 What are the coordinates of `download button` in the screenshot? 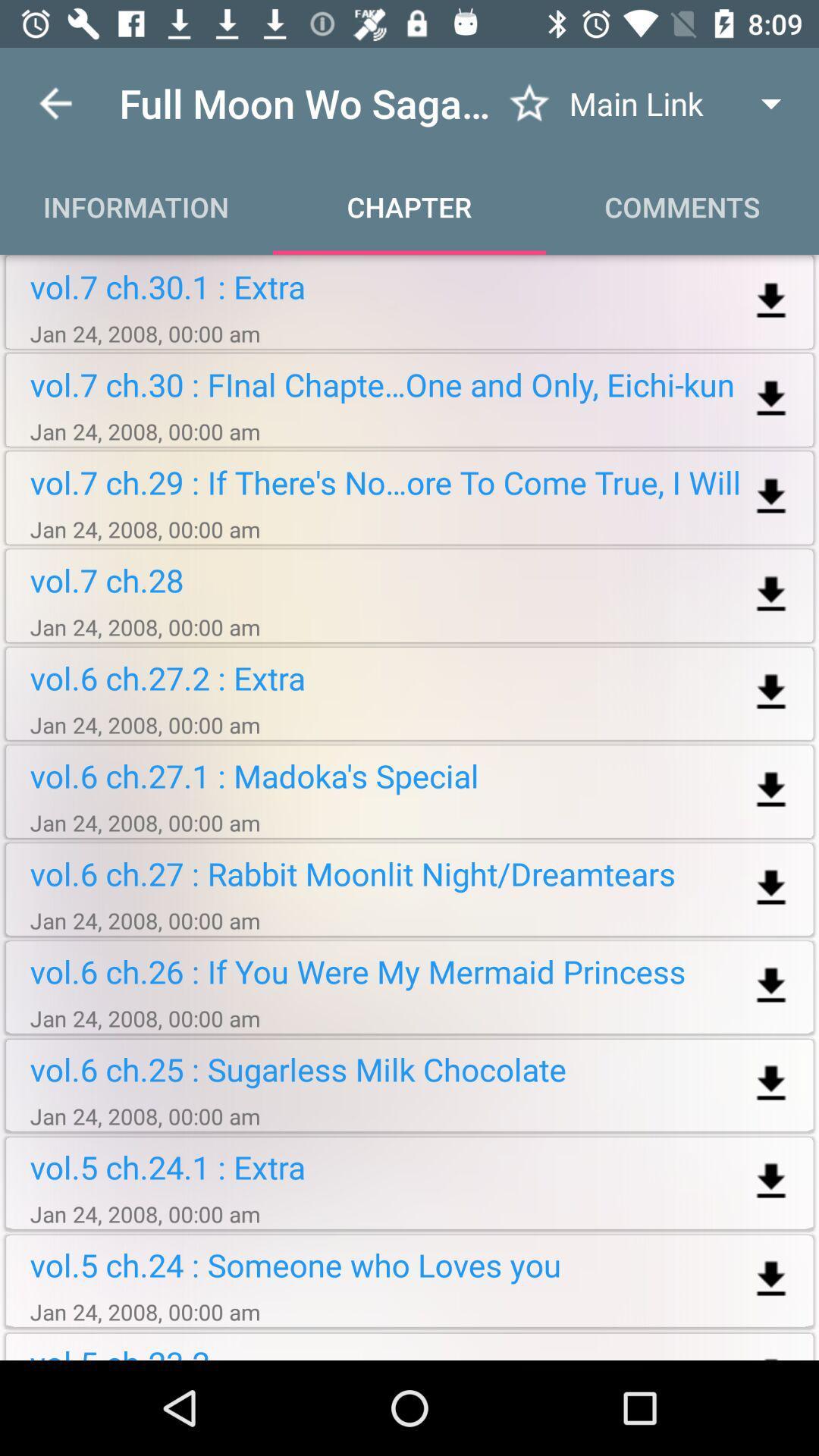 It's located at (771, 594).